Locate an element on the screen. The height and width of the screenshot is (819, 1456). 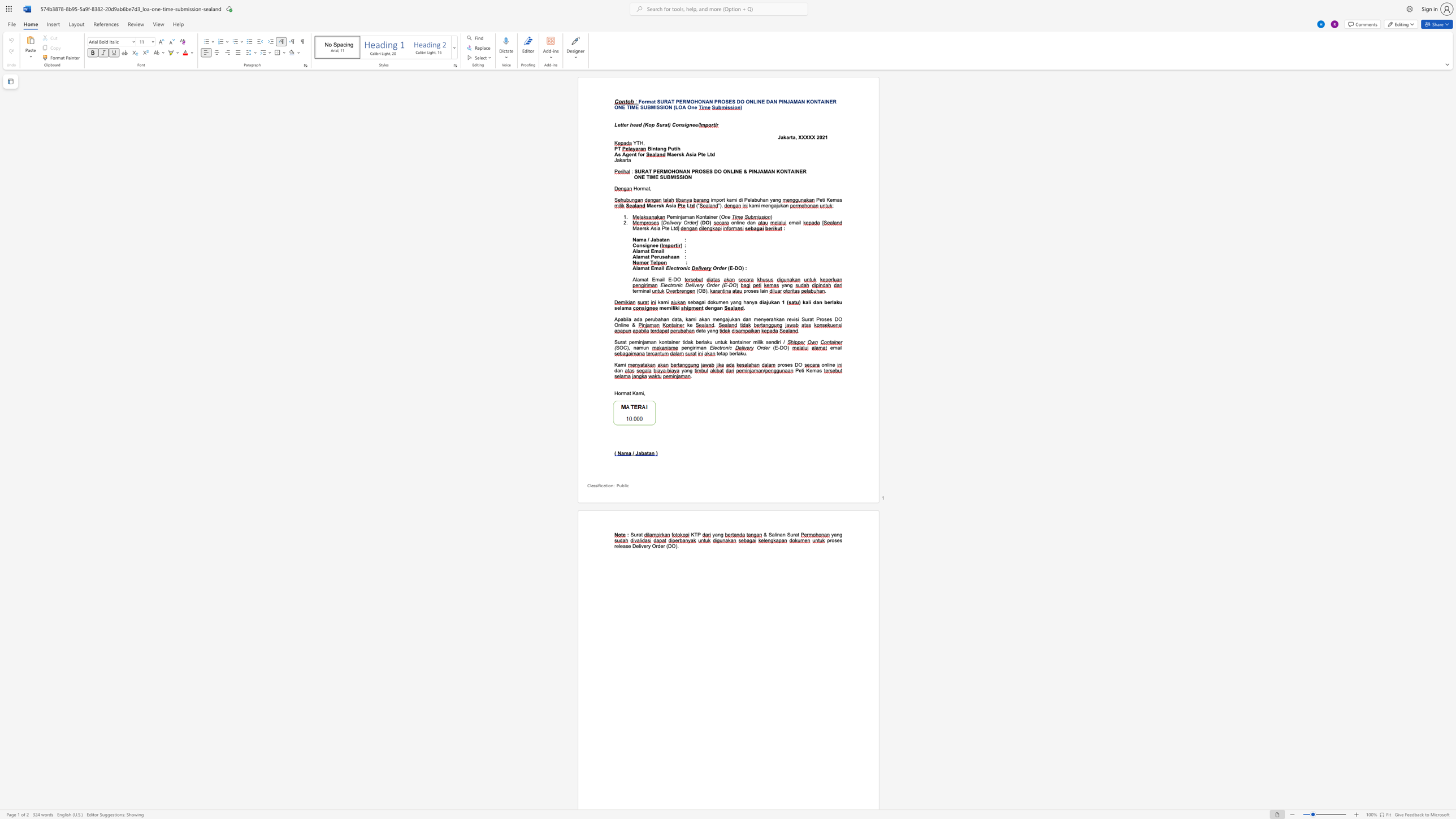
the subset text "e (" within the text "Consignee (" is located at coordinates (655, 245).